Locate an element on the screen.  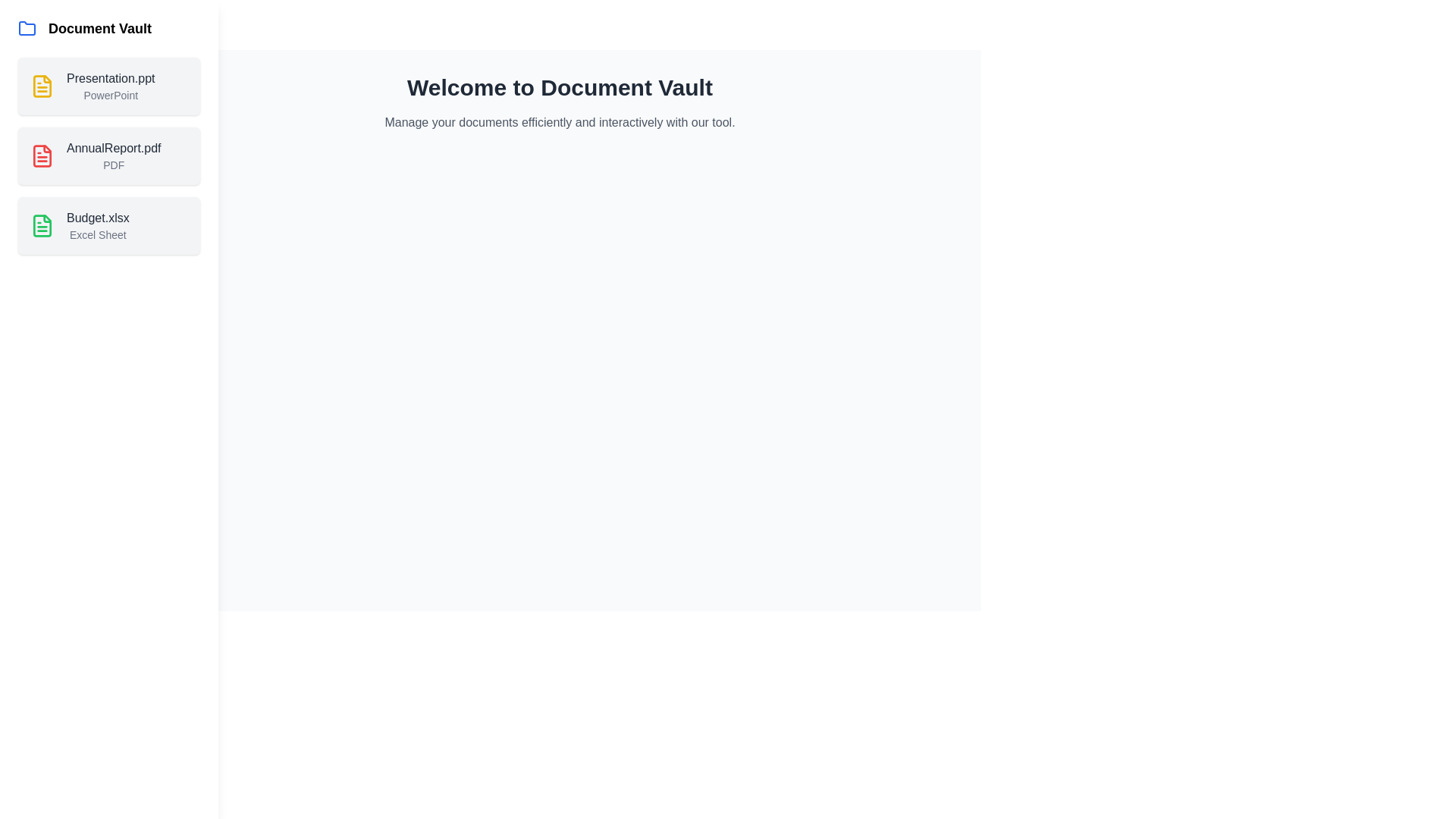
the welcome message text to highlight it is located at coordinates (559, 87).